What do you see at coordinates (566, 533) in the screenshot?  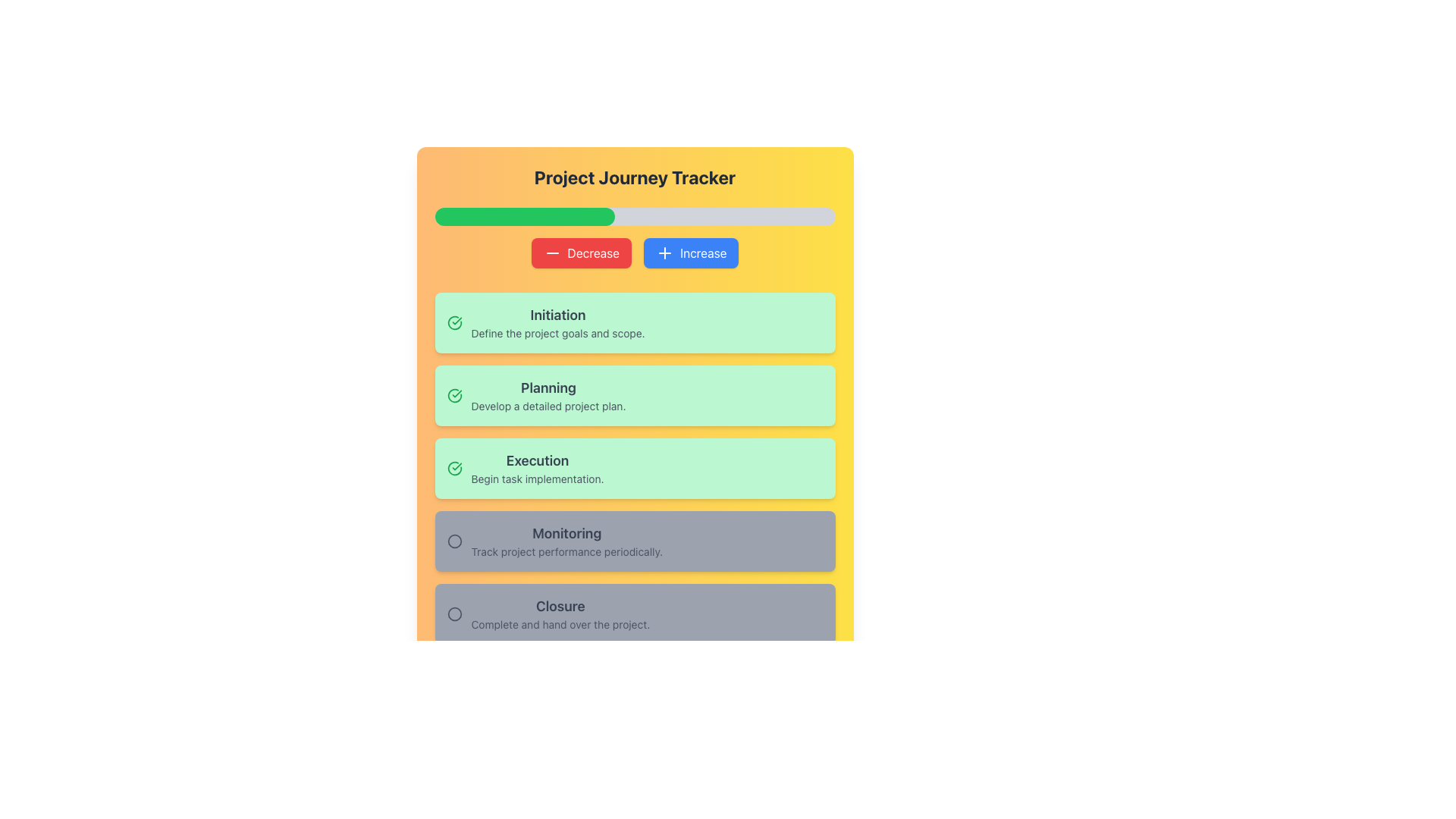 I see `text label displaying 'Monitoring' located at the top-center of the 'Monitoring' section, which is in bold gray font and larger than surrounding text` at bounding box center [566, 533].